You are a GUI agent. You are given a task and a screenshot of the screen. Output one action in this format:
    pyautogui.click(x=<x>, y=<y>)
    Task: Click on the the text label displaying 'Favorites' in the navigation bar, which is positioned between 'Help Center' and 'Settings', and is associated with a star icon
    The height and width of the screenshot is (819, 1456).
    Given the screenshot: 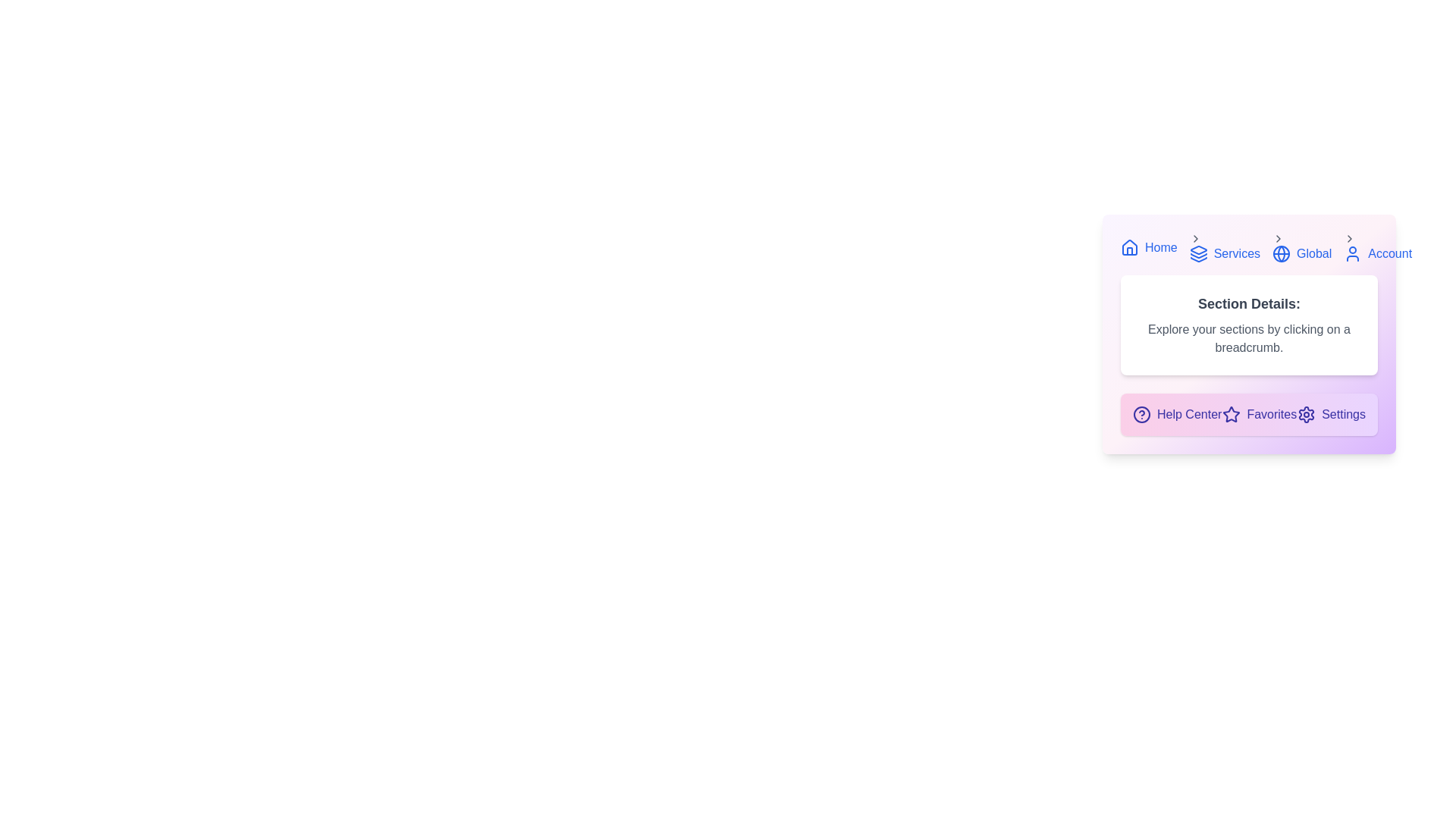 What is the action you would take?
    pyautogui.click(x=1272, y=415)
    